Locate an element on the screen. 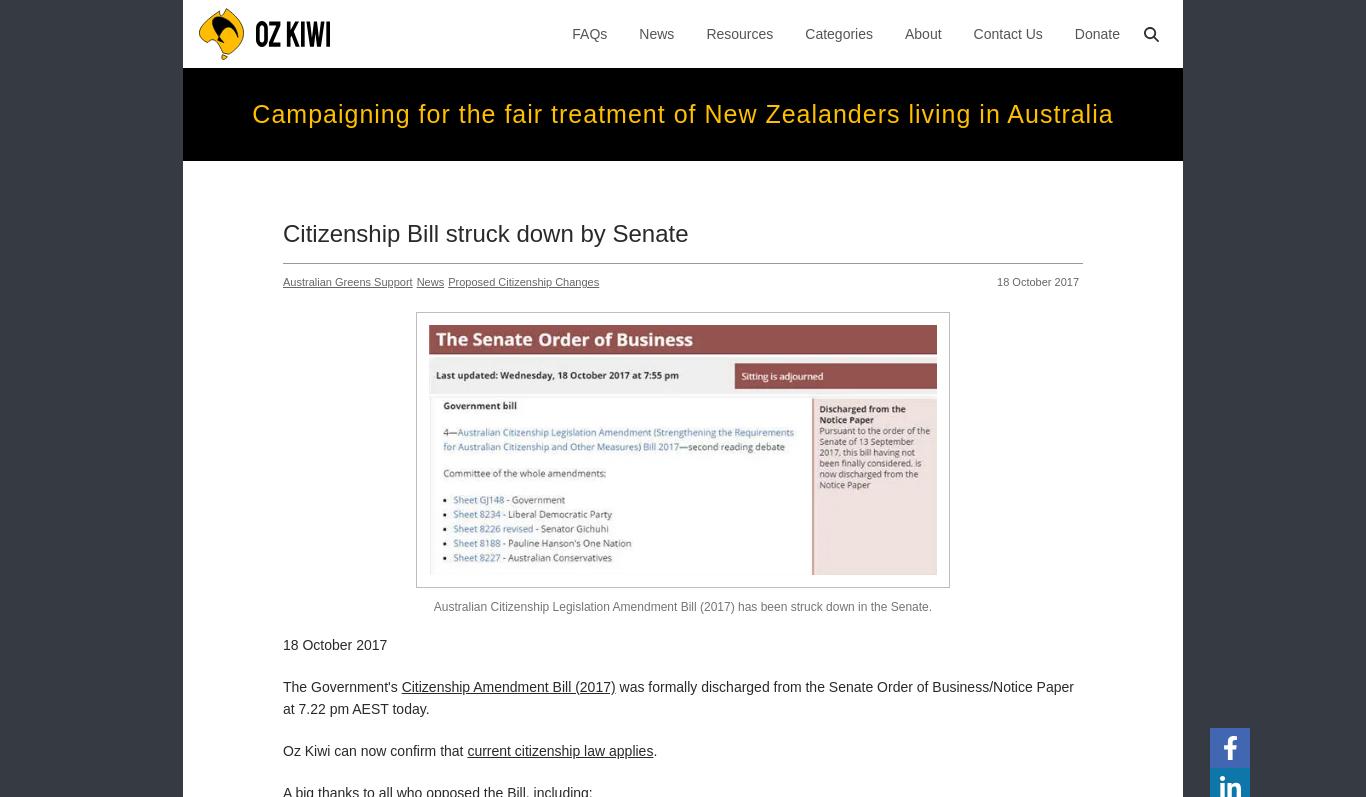  'About' is located at coordinates (903, 34).